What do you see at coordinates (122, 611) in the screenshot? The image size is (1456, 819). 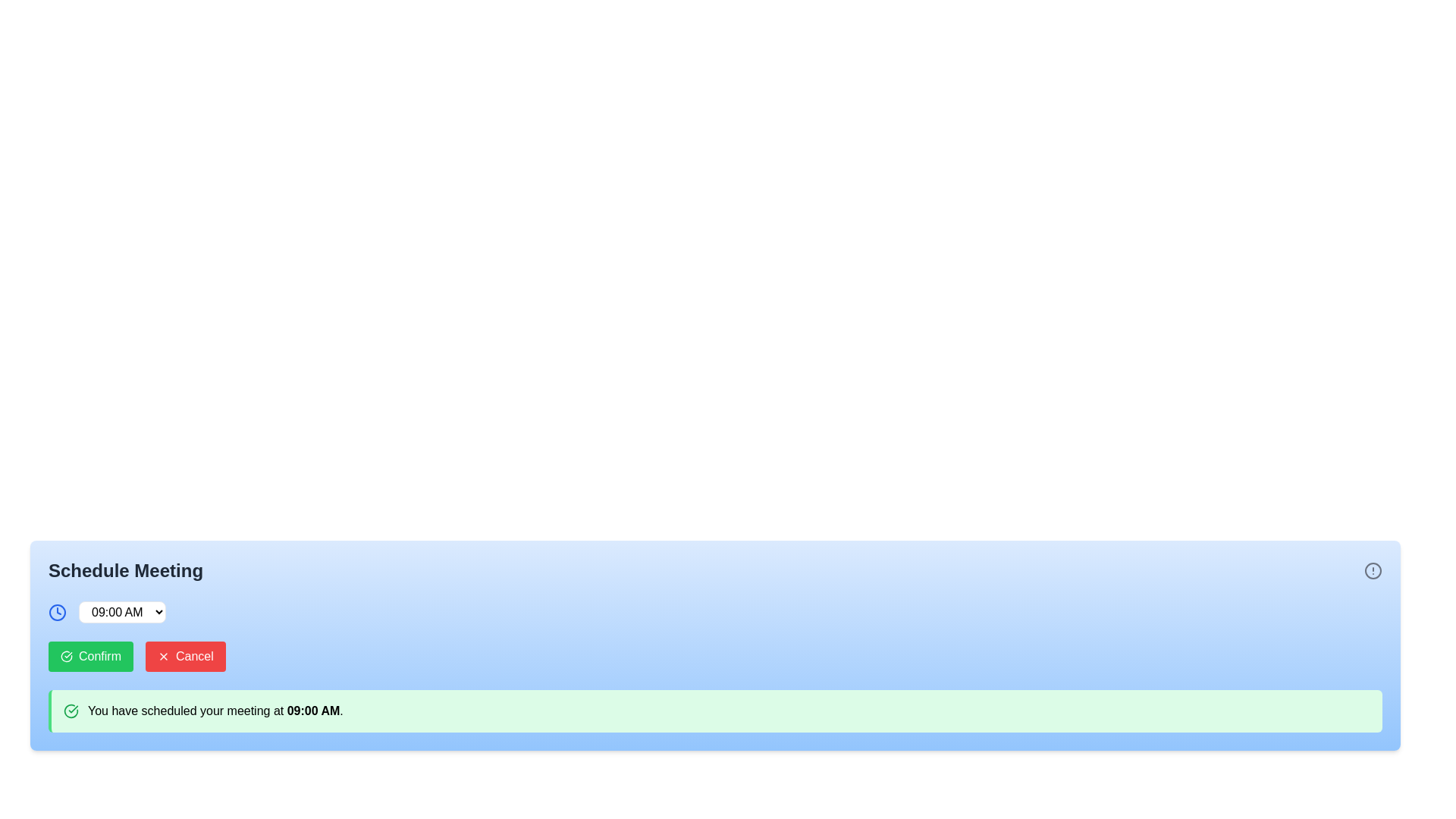 I see `the dropdown menu displaying '09:00 AM'` at bounding box center [122, 611].